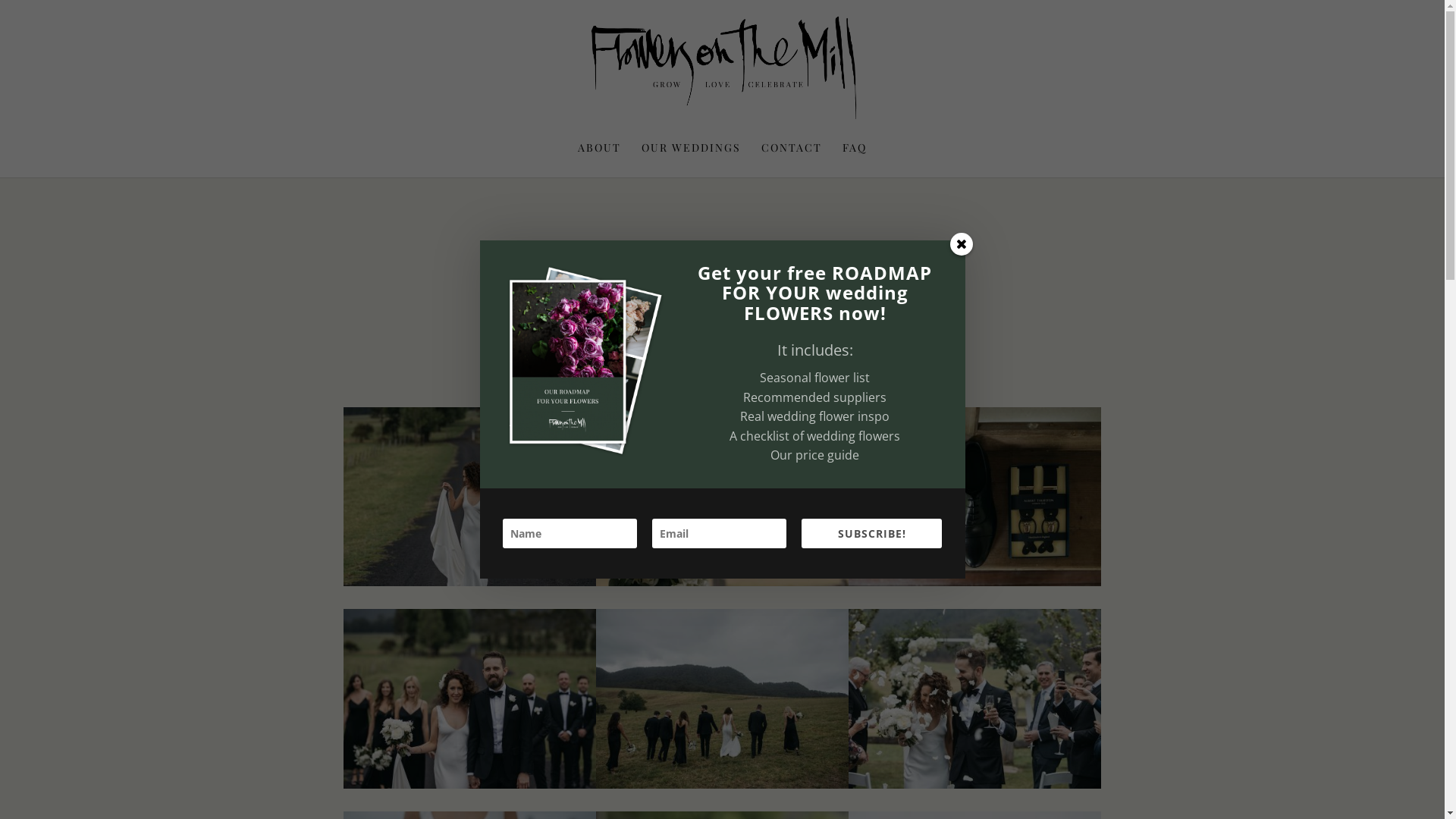  Describe the element at coordinates (690, 160) in the screenshot. I see `'OUR WEDDINGS'` at that location.